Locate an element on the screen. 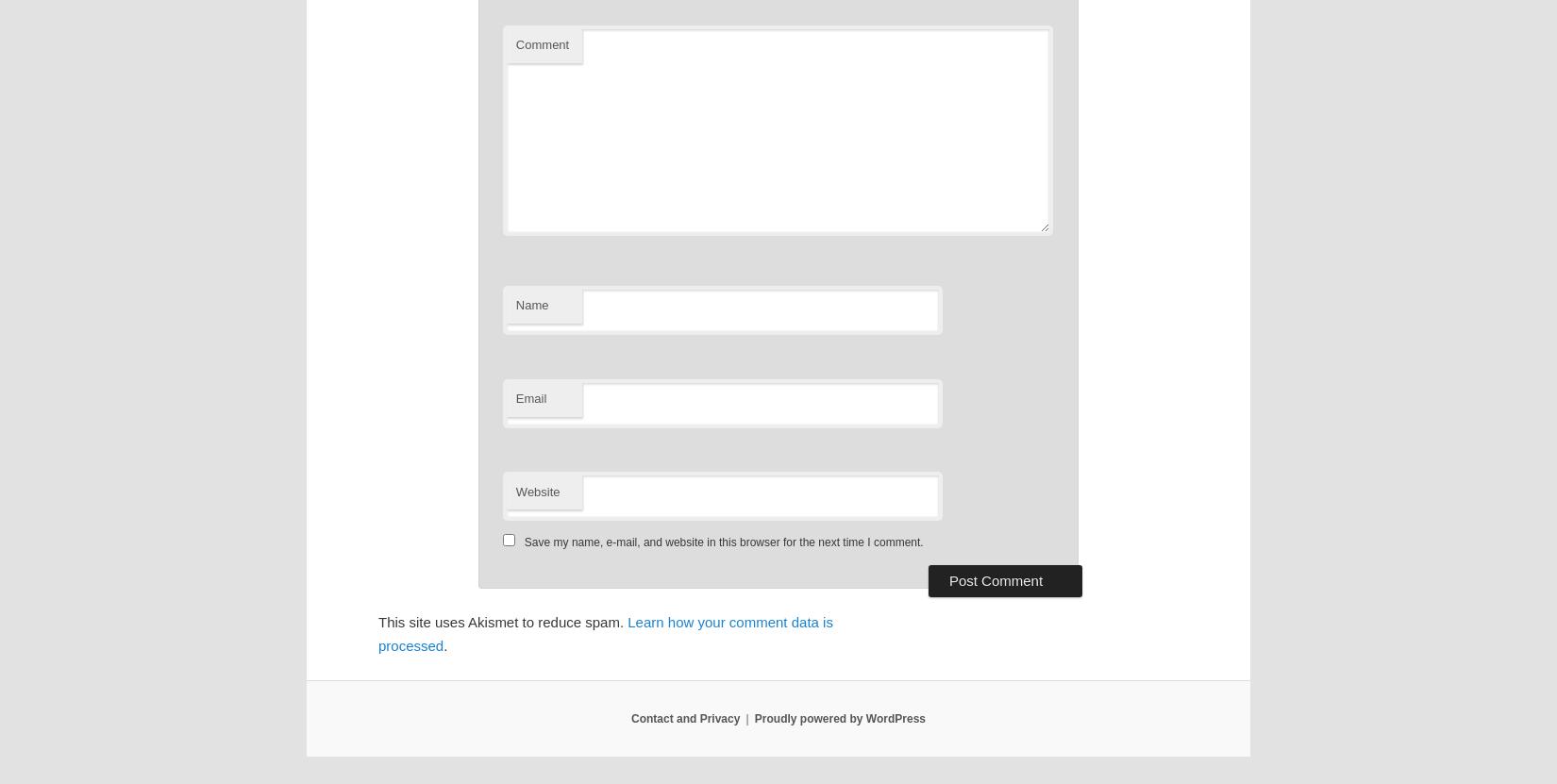  'Email' is located at coordinates (529, 396).